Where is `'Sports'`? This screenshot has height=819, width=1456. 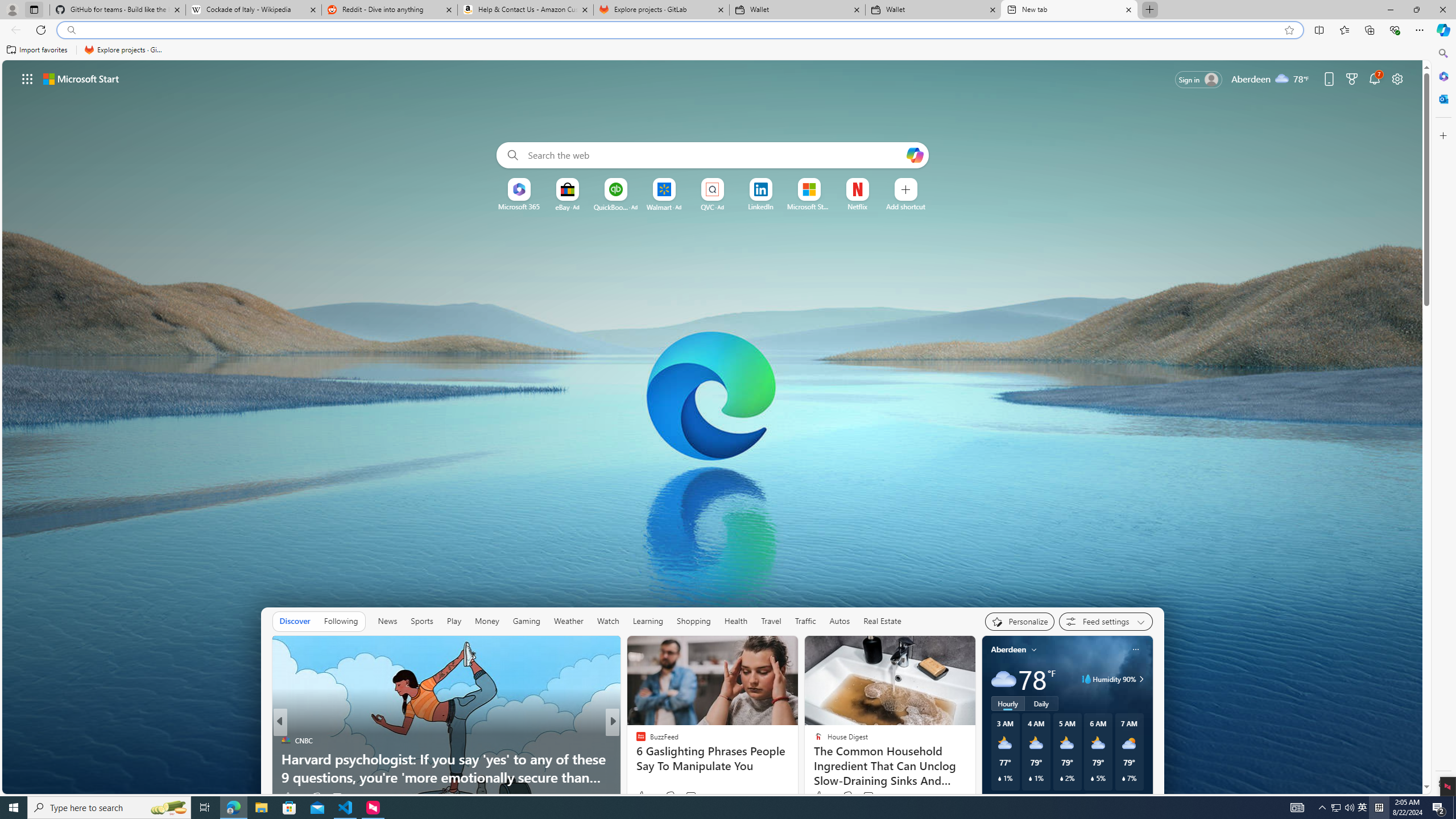
'Sports' is located at coordinates (421, 621).